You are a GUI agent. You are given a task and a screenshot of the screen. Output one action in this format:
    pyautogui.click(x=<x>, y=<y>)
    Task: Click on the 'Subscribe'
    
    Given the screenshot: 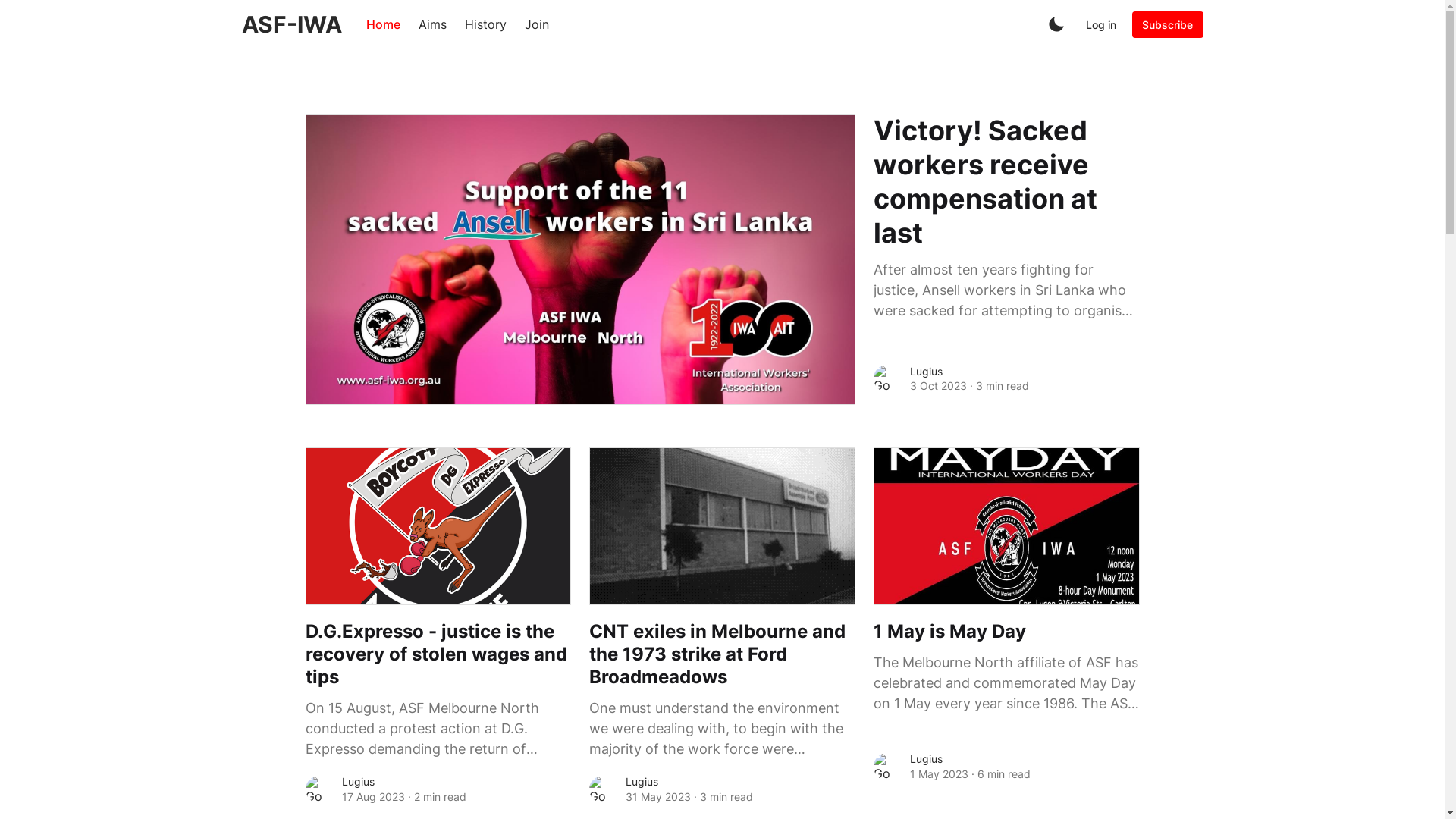 What is the action you would take?
    pyautogui.click(x=1167, y=24)
    